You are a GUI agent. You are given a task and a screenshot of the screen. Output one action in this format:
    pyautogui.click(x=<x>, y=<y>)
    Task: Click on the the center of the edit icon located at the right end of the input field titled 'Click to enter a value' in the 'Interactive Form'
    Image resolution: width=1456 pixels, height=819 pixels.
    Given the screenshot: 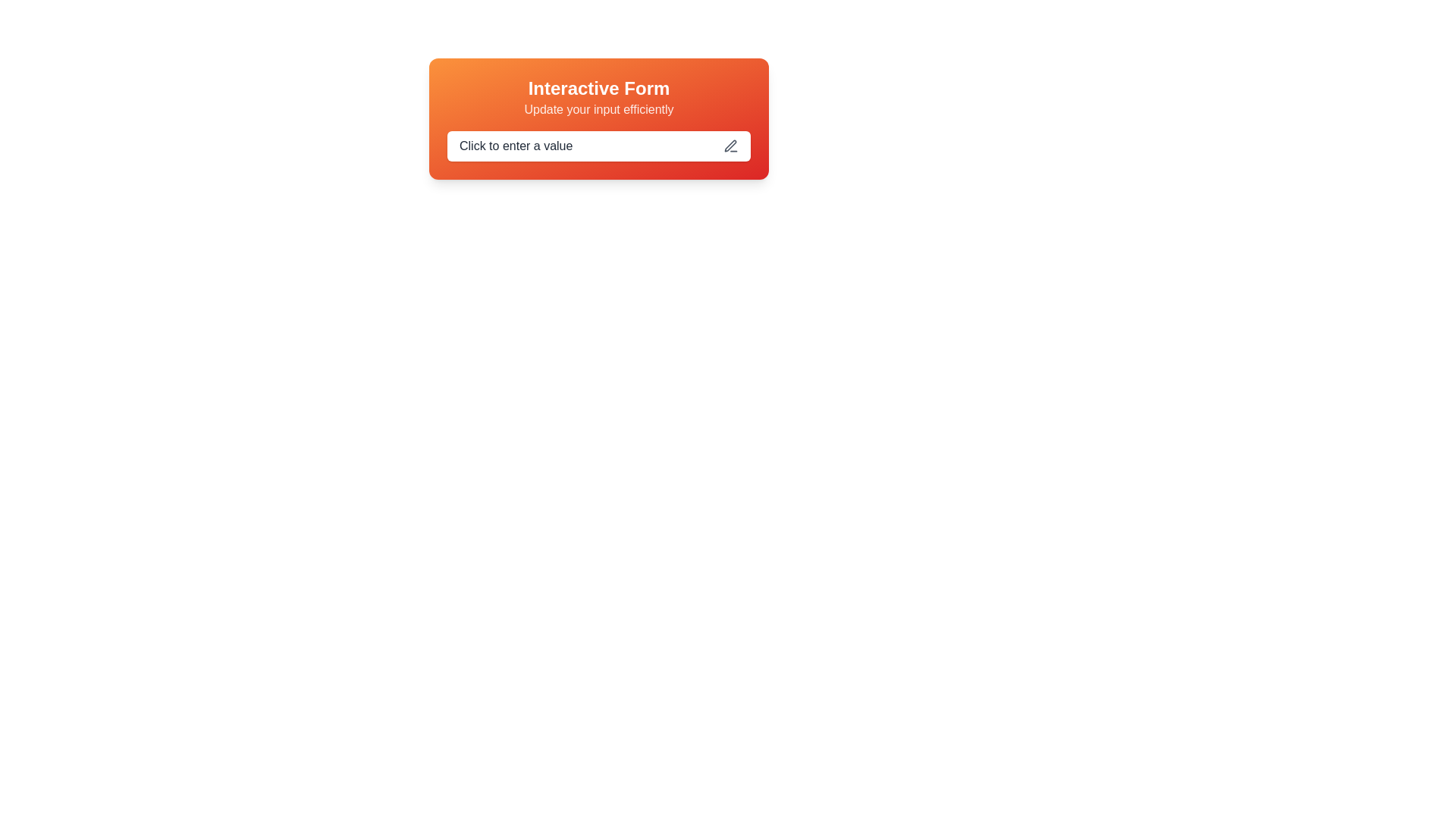 What is the action you would take?
    pyautogui.click(x=730, y=146)
    